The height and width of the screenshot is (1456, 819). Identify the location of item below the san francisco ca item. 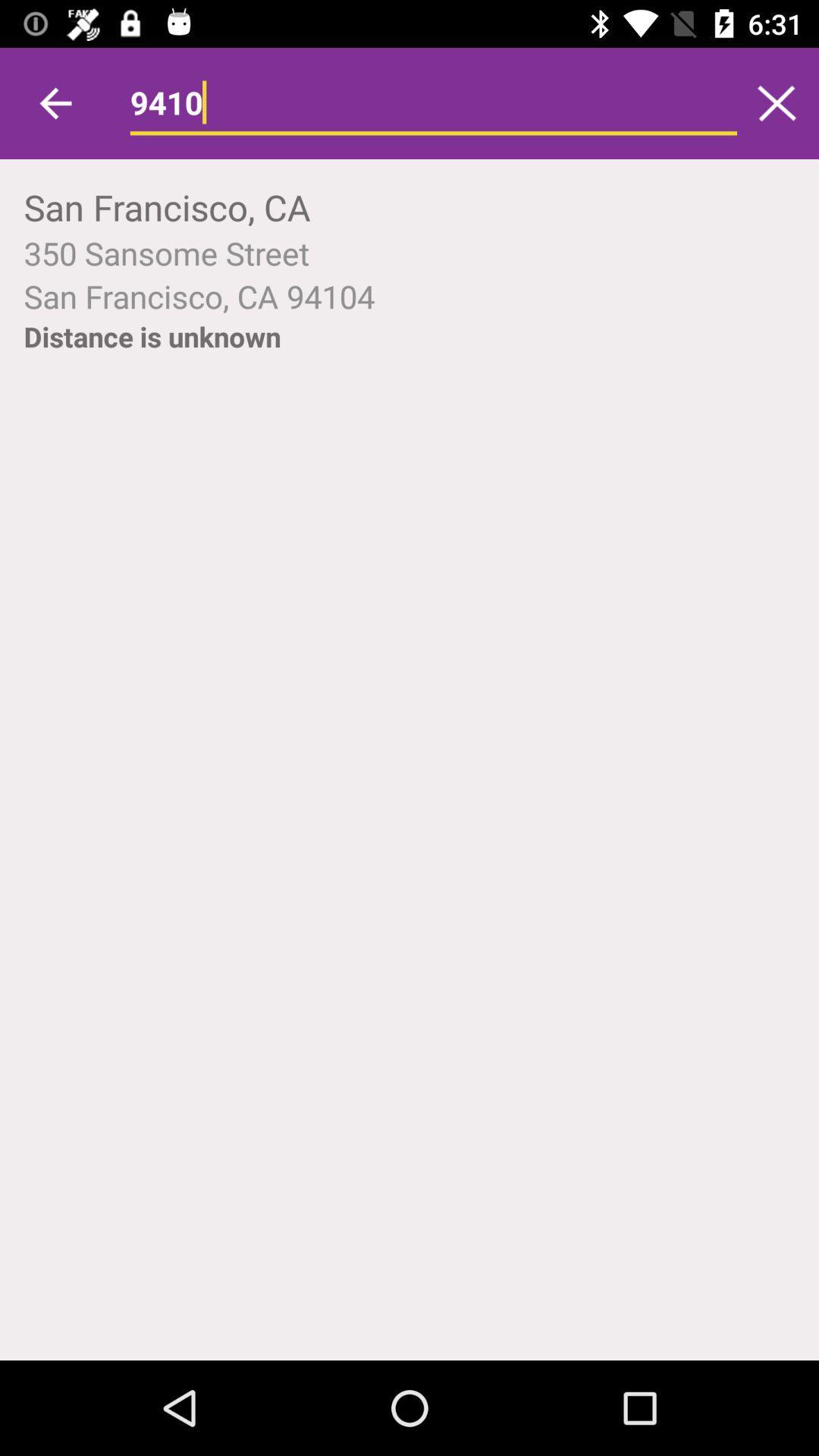
(152, 336).